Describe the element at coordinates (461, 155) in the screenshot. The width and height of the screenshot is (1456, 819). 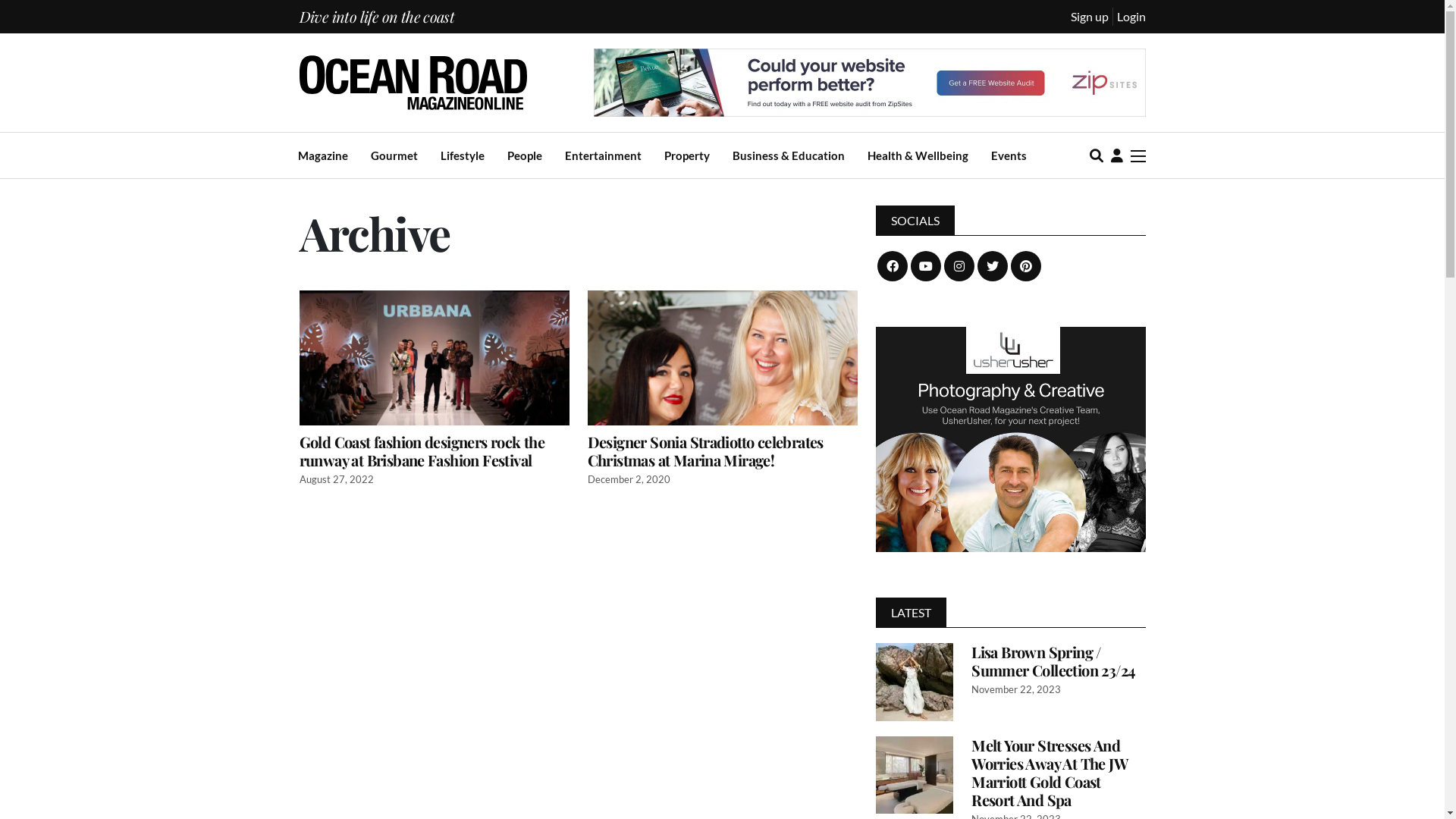
I see `'Lifestyle'` at that location.